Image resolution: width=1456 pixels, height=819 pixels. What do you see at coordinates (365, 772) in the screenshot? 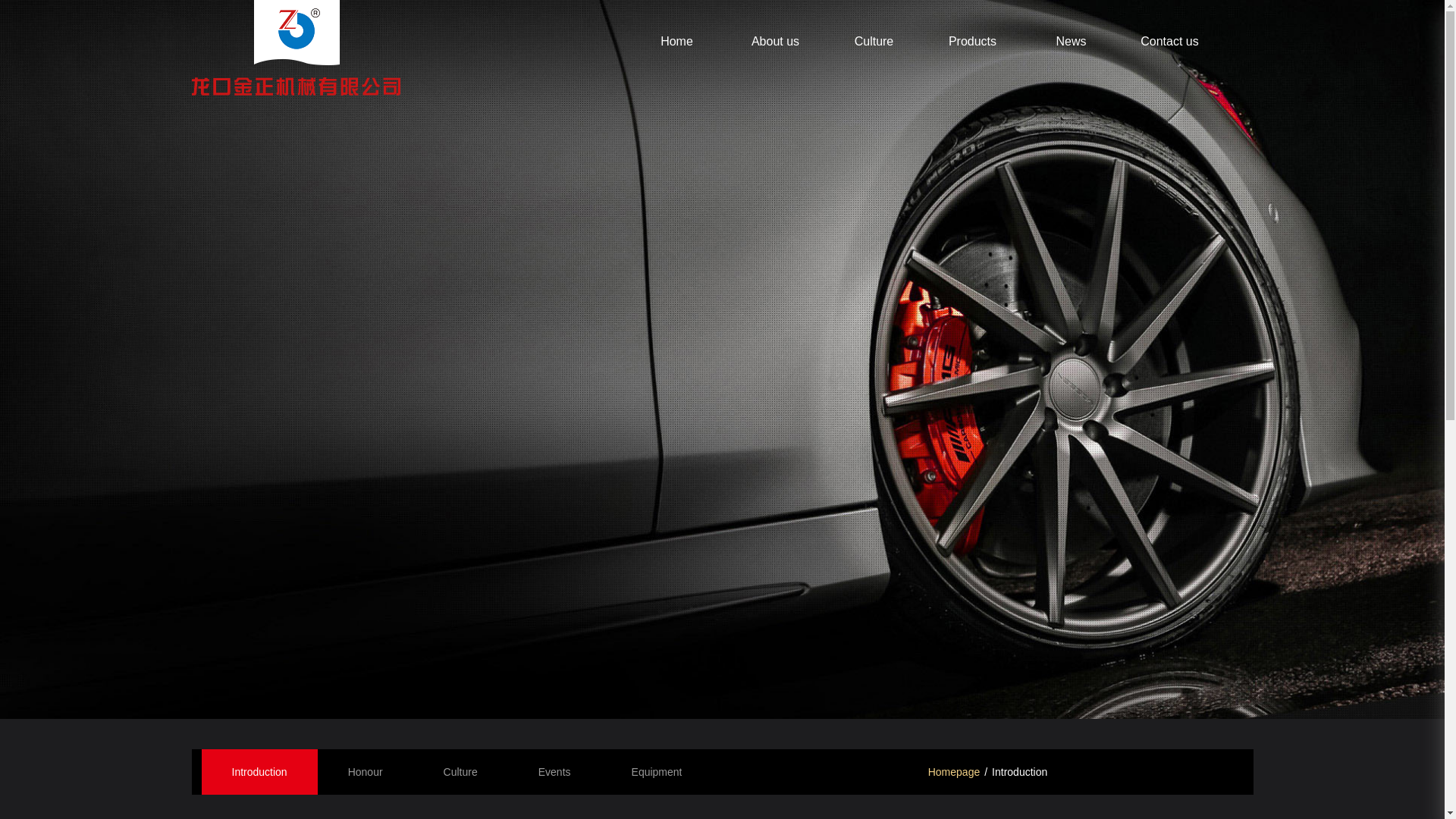
I see `'Honour'` at bounding box center [365, 772].